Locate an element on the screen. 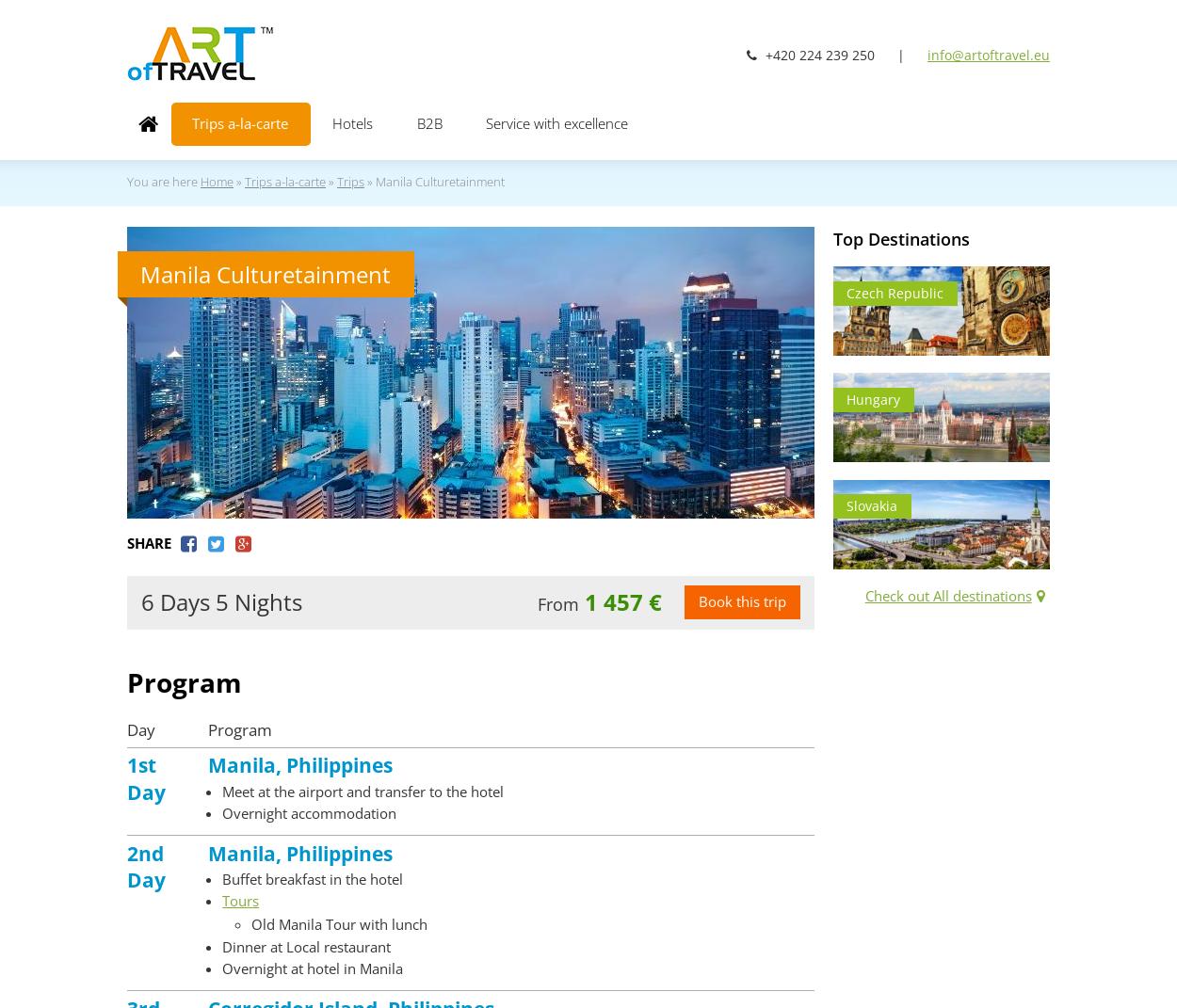 The image size is (1177, 1008). '1 457 €' is located at coordinates (620, 600).